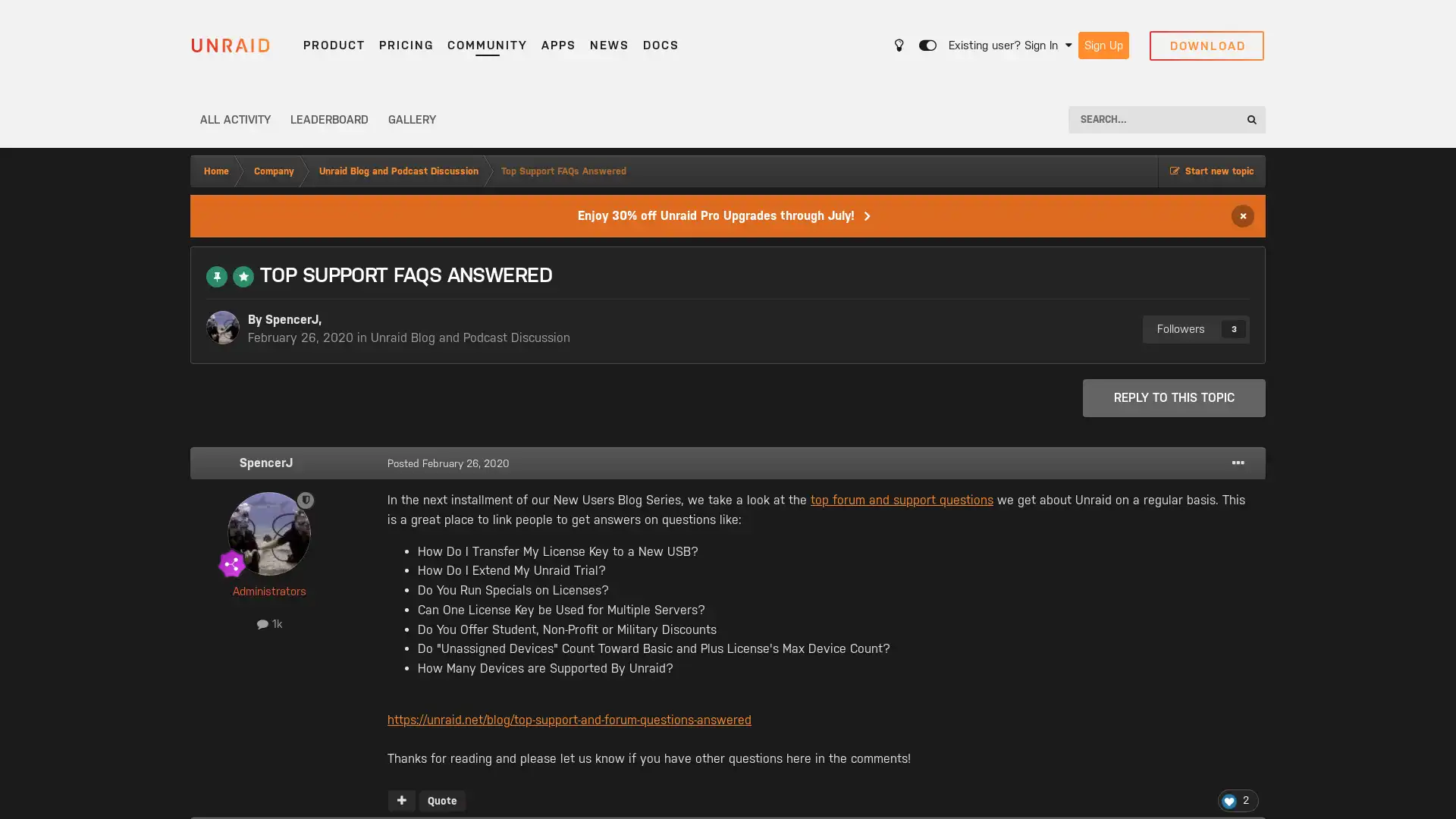 The image size is (1456, 819). I want to click on Search, so click(1252, 118).